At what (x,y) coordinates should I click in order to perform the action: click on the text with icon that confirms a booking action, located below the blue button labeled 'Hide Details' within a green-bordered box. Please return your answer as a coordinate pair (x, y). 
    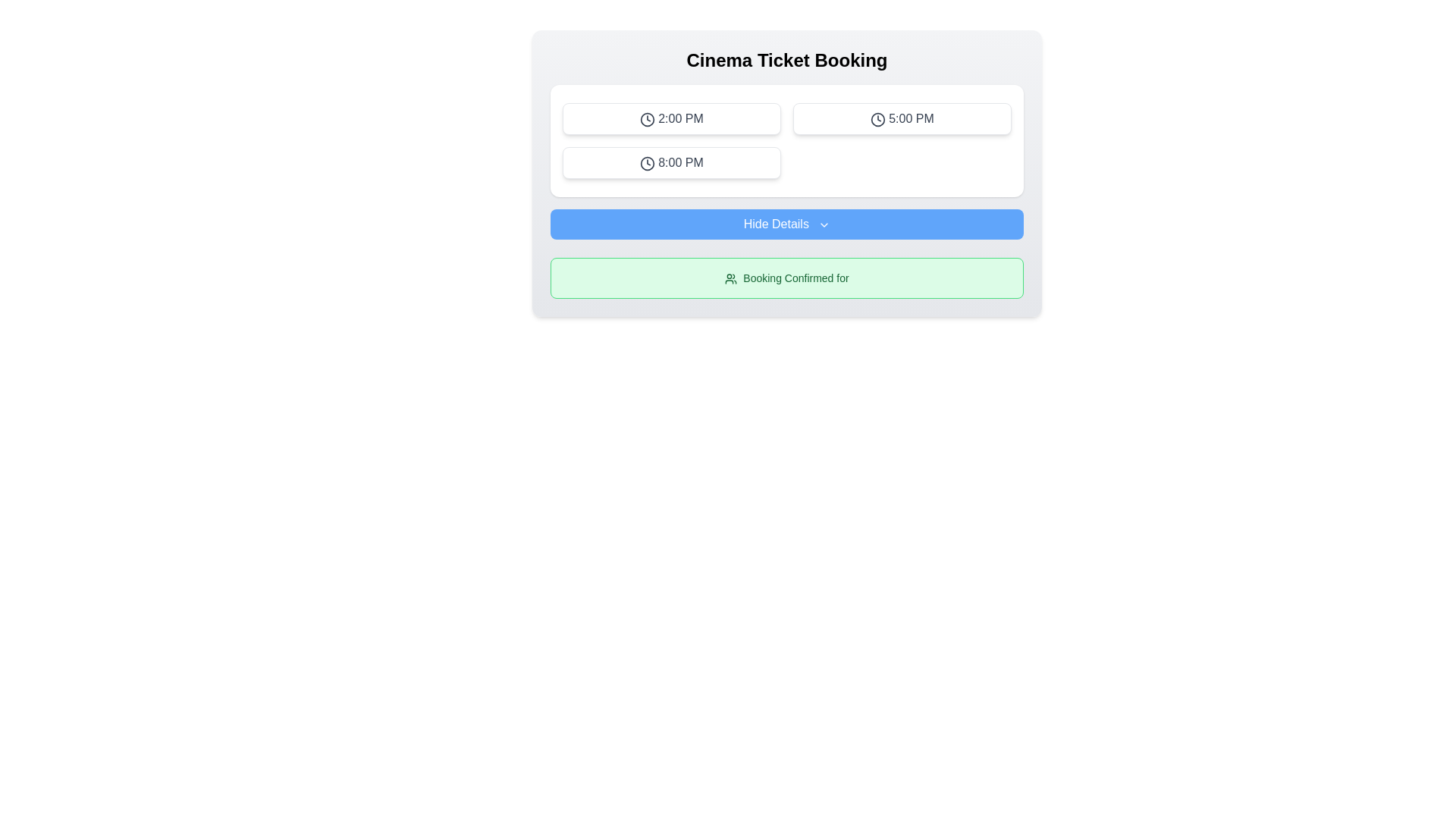
    Looking at the image, I should click on (786, 278).